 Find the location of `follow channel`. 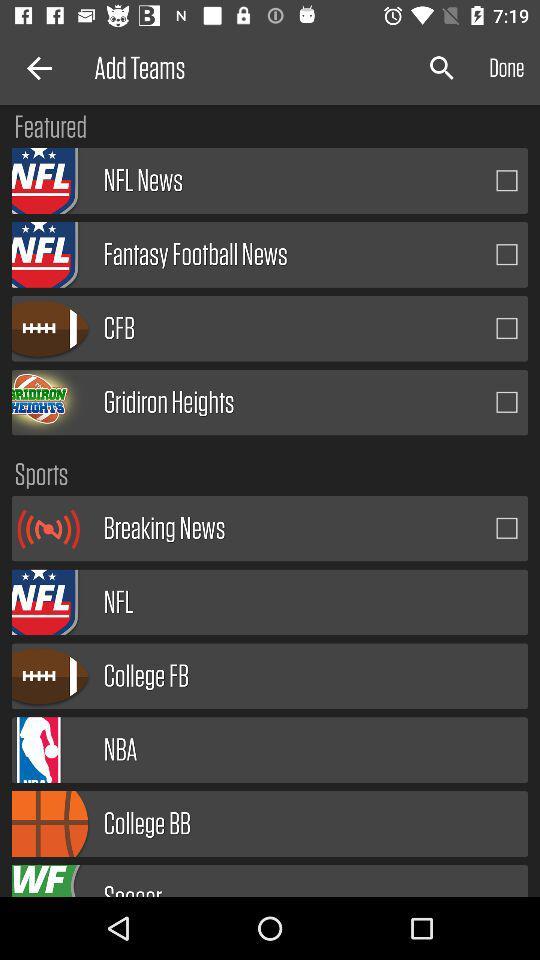

follow channel is located at coordinates (507, 179).